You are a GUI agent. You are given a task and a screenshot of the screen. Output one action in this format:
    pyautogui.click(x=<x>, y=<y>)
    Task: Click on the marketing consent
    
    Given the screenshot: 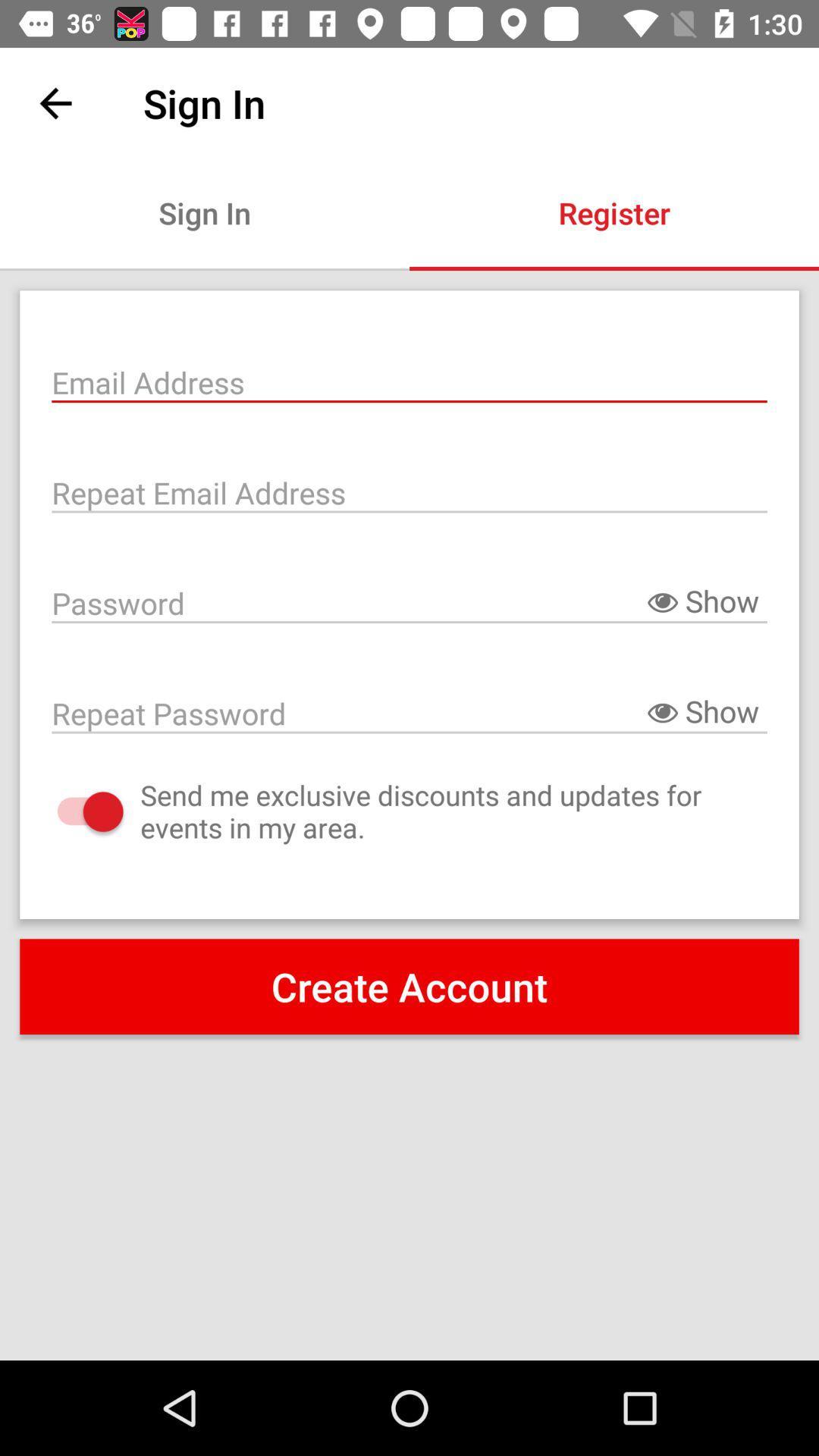 What is the action you would take?
    pyautogui.click(x=75, y=811)
    